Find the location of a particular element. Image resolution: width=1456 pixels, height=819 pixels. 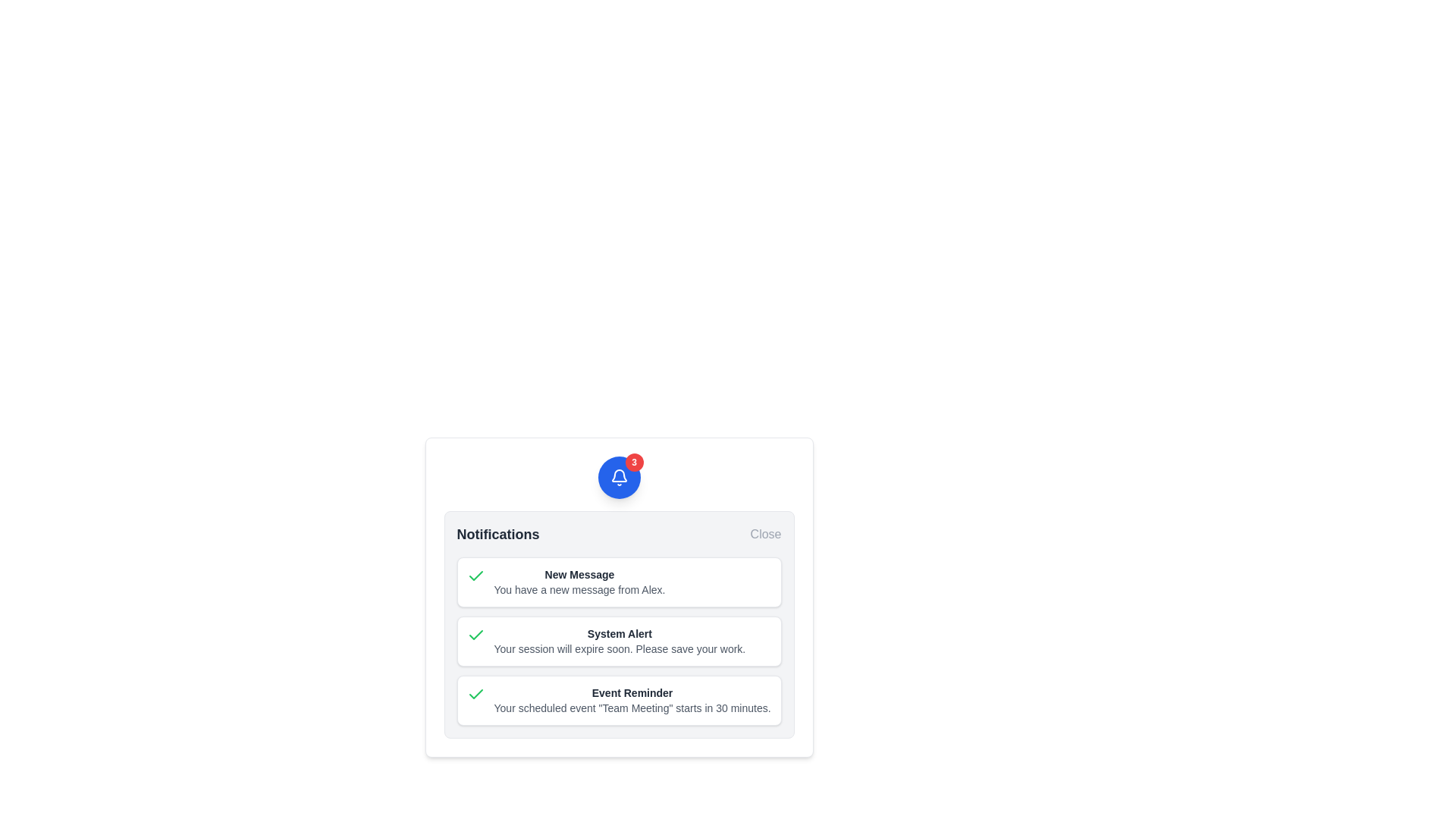

the text component displaying the message 'You have a new message from Alex.' which is located below the bolded text 'New Message' in the notification dropdown is located at coordinates (579, 589).